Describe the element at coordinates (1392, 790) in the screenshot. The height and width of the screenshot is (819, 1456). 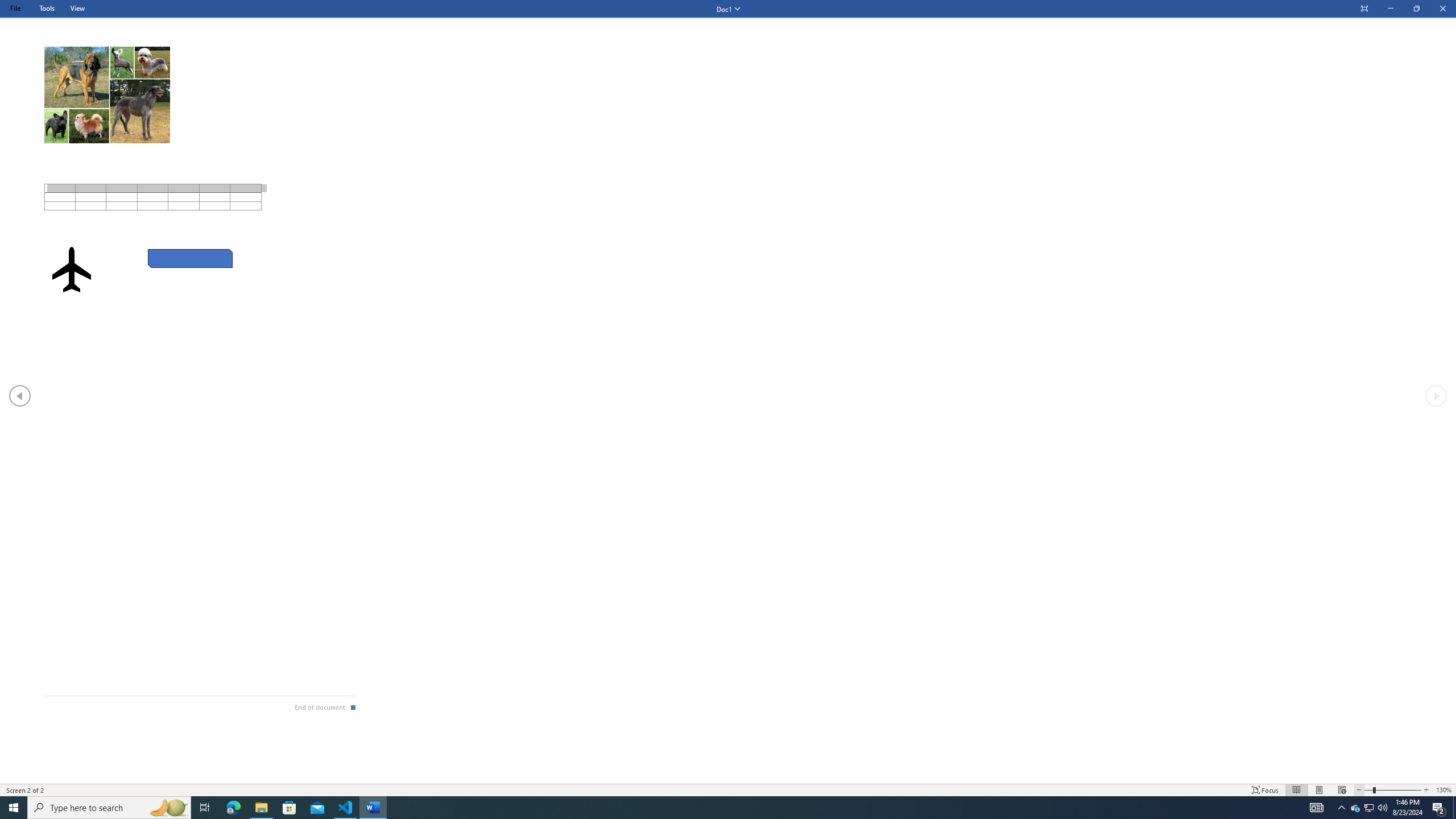
I see `'Text Size'` at that location.